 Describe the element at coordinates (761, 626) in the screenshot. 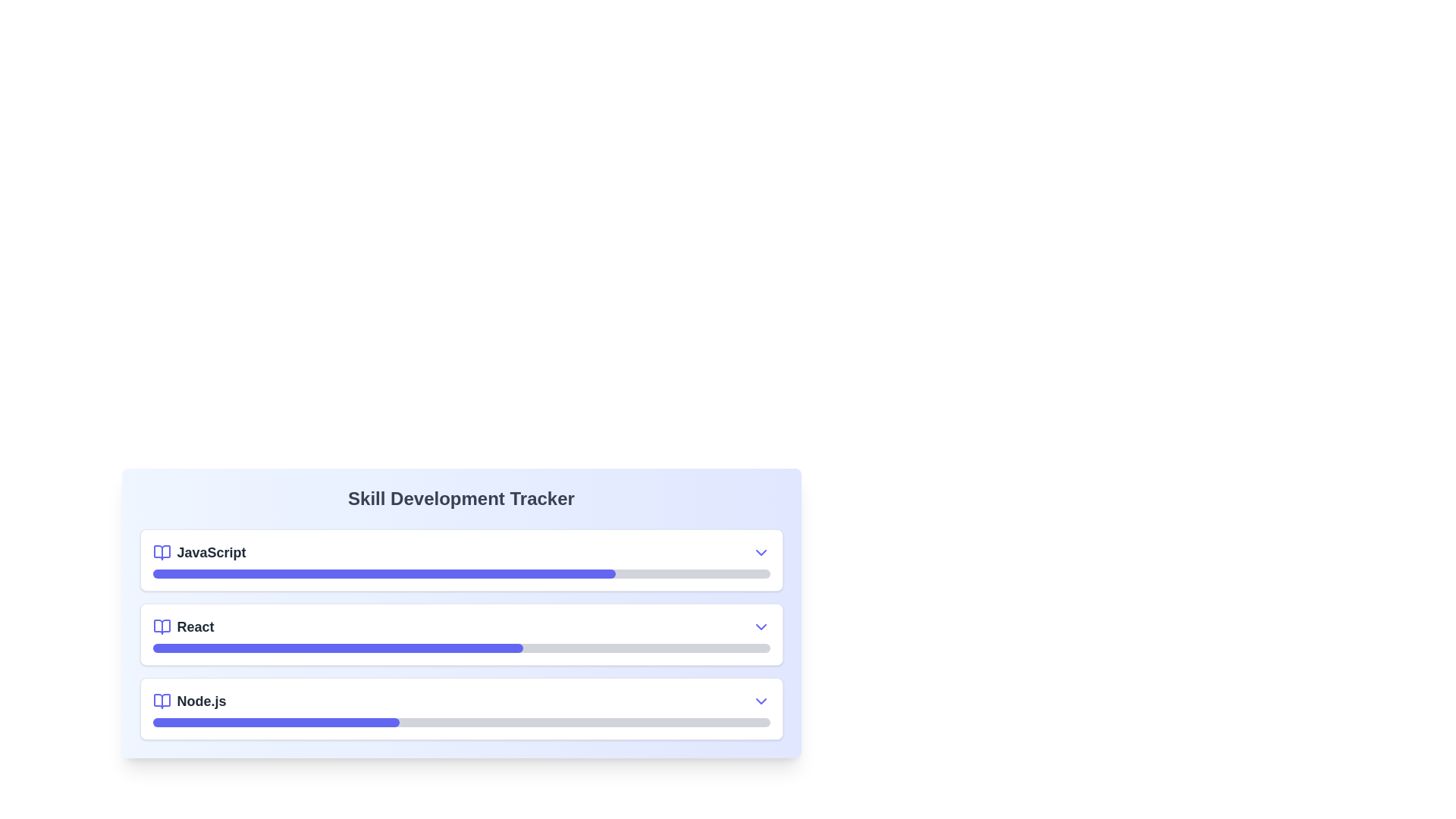

I see `the downward-pointing chevron icon next to the 'React' label in the progress tracker` at that location.